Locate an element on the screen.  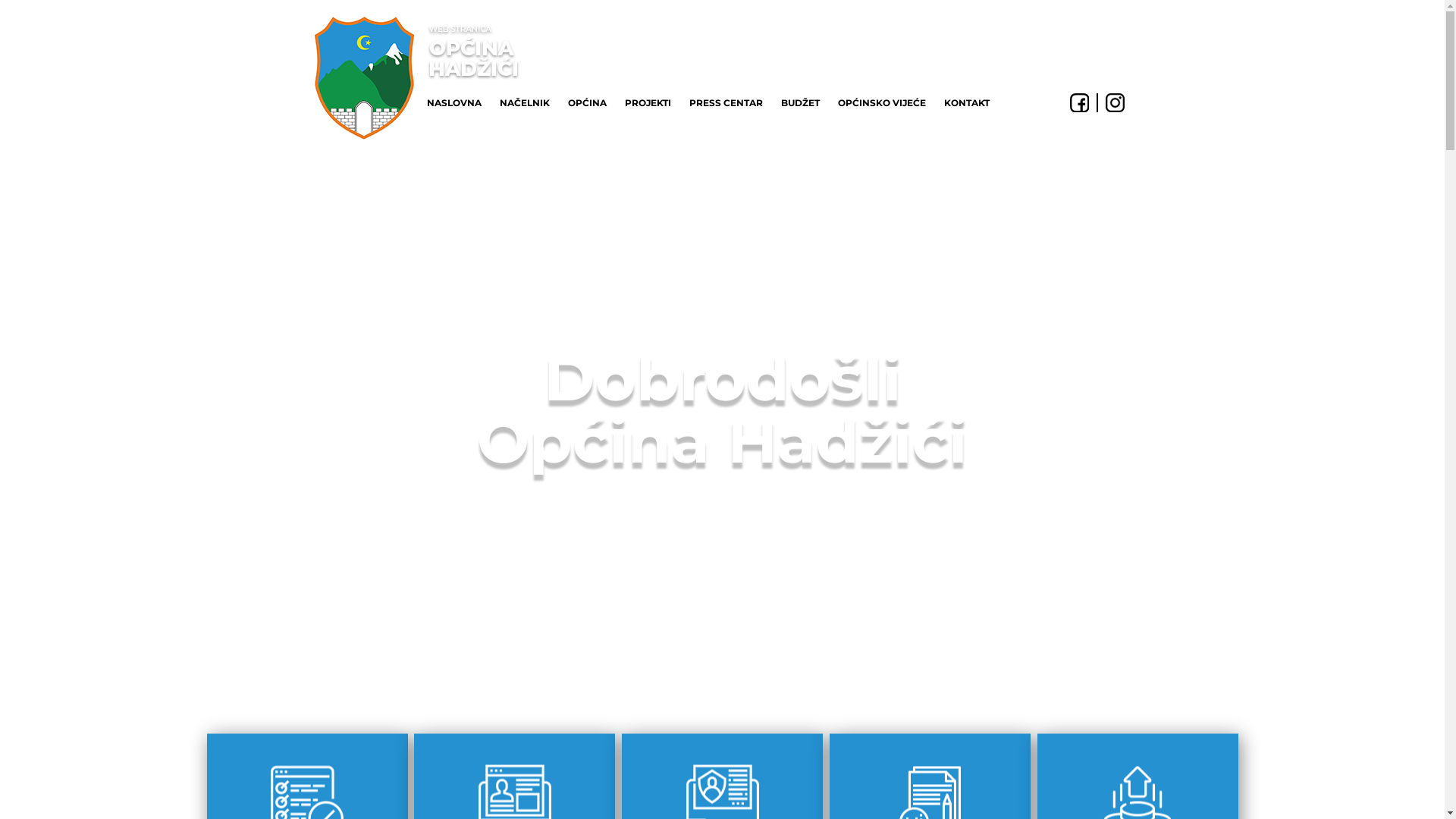
'KONTAKT' is located at coordinates (965, 102).